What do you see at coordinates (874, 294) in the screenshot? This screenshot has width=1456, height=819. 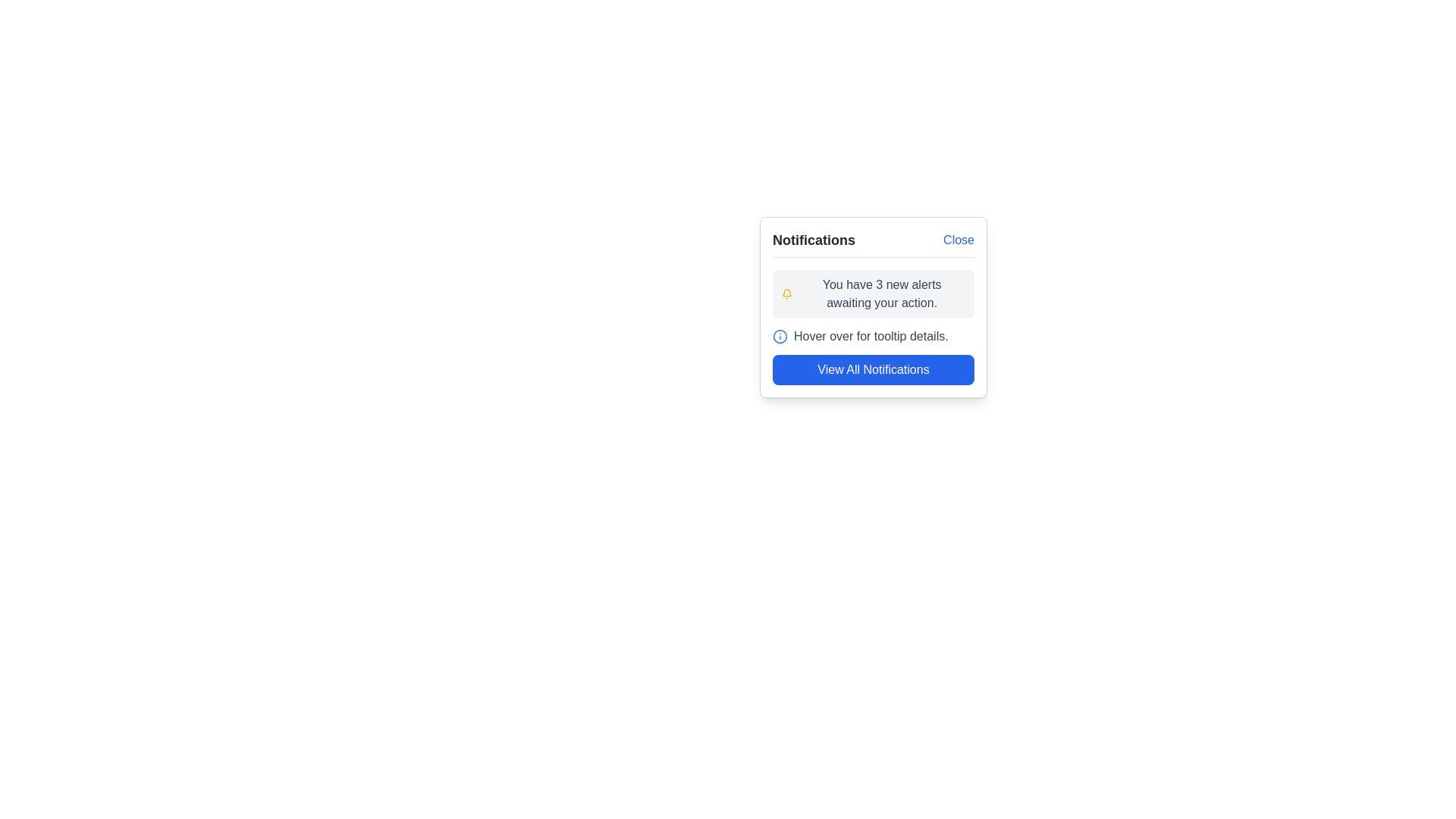 I see `the static informational block containing a yellow notification bell icon and the text message 'You have 3 new alerts awaiting your action.'` at bounding box center [874, 294].